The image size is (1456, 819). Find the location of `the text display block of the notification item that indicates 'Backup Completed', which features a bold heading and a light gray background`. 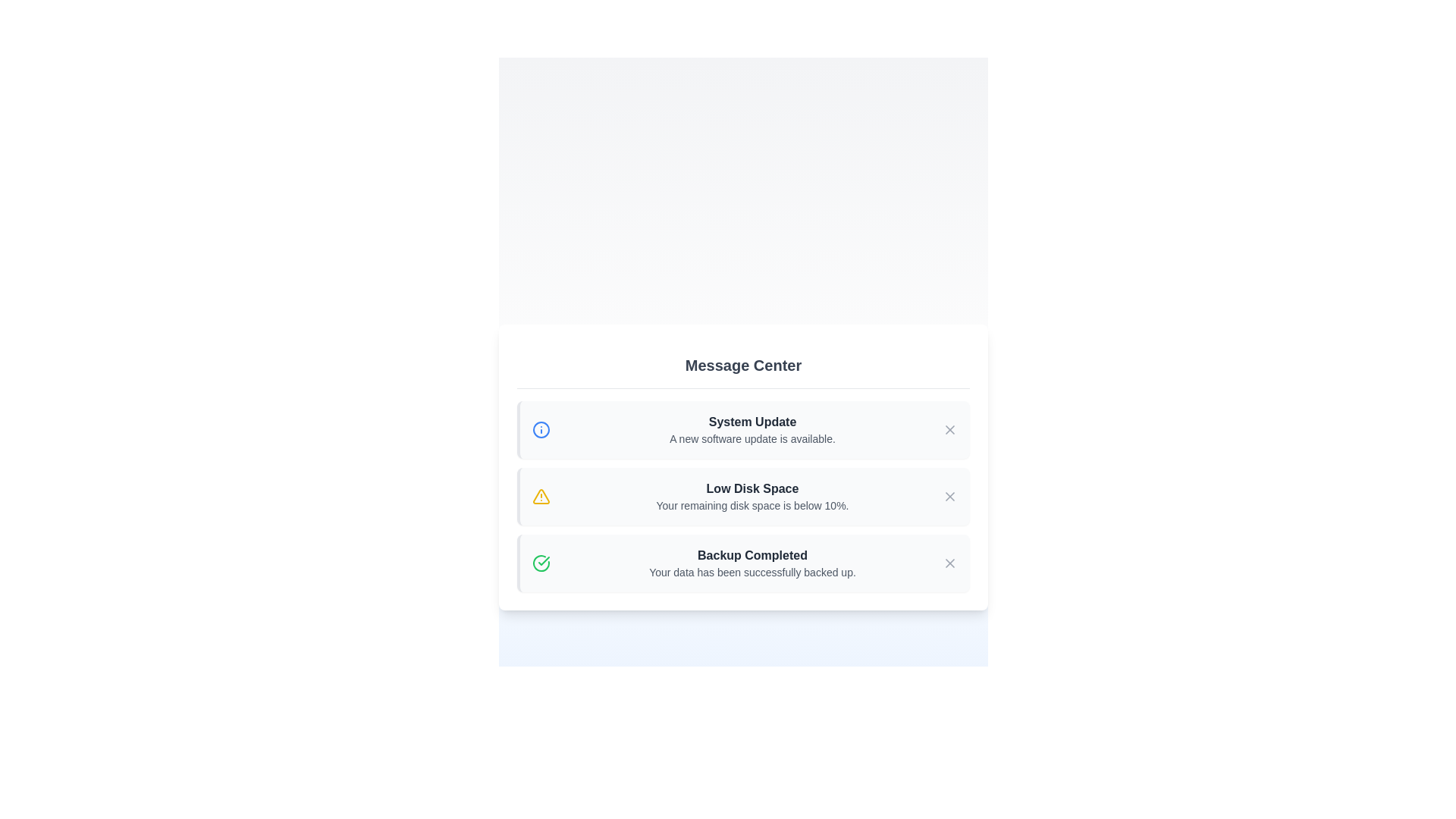

the text display block of the notification item that indicates 'Backup Completed', which features a bold heading and a light gray background is located at coordinates (752, 563).